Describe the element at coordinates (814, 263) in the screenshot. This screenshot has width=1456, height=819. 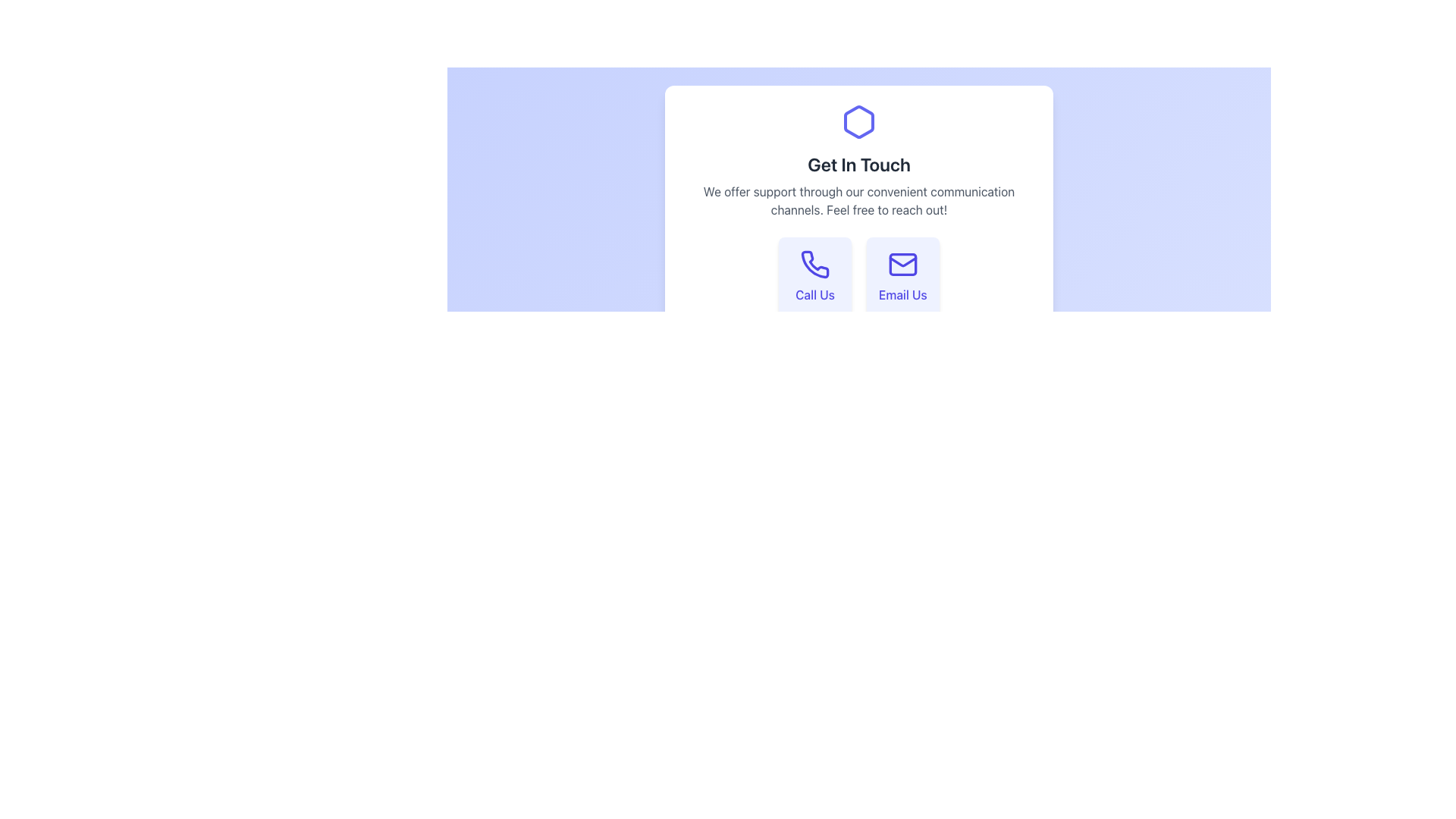
I see `the 'Call Us' icon that visually indicates phone communication, which is centrally aligned above the text 'Call Us' in a button layout` at that location.